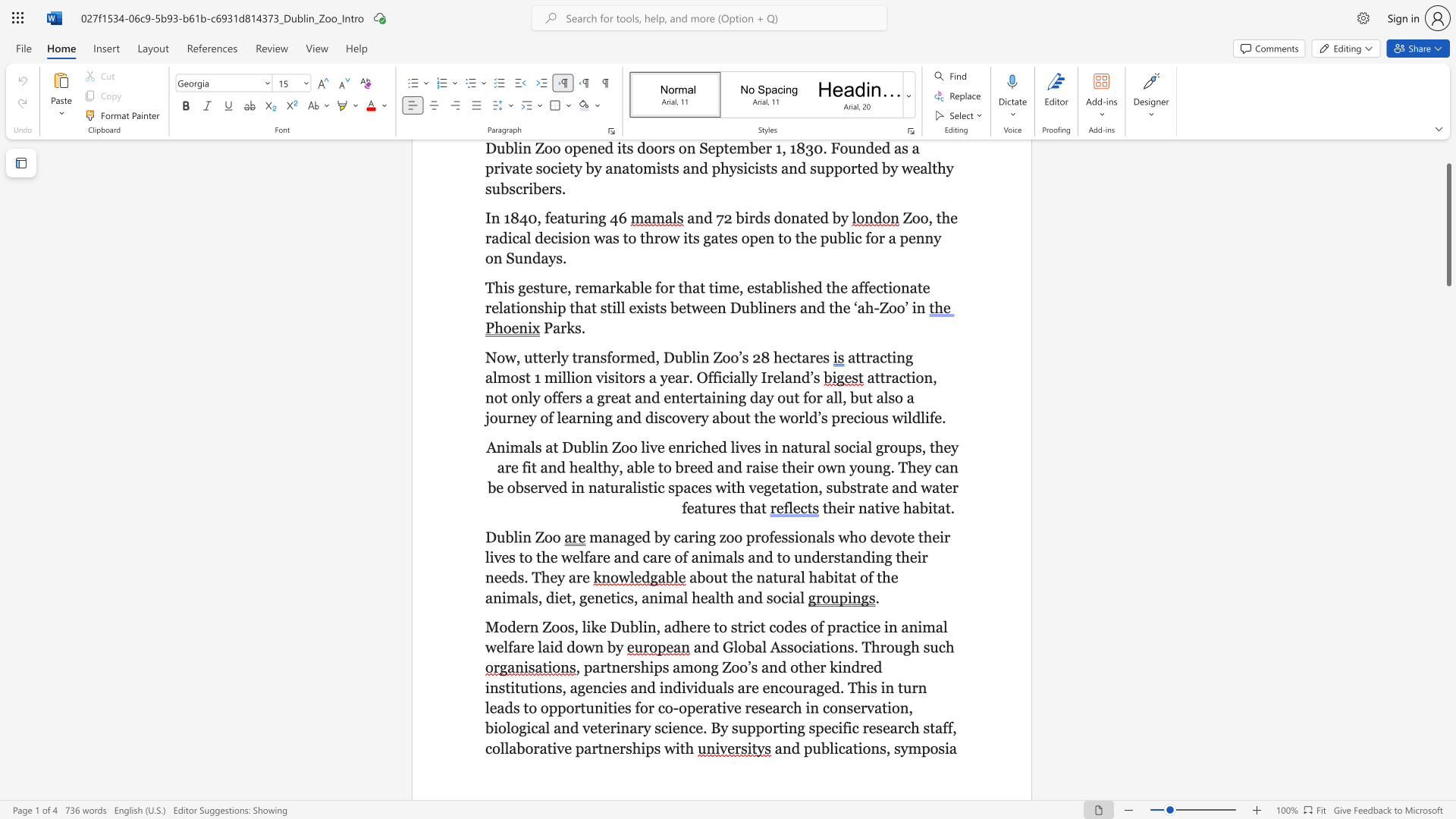  Describe the element at coordinates (744, 218) in the screenshot. I see `the subset text "irds donated b" within the text "and 72 birds donated by"` at that location.